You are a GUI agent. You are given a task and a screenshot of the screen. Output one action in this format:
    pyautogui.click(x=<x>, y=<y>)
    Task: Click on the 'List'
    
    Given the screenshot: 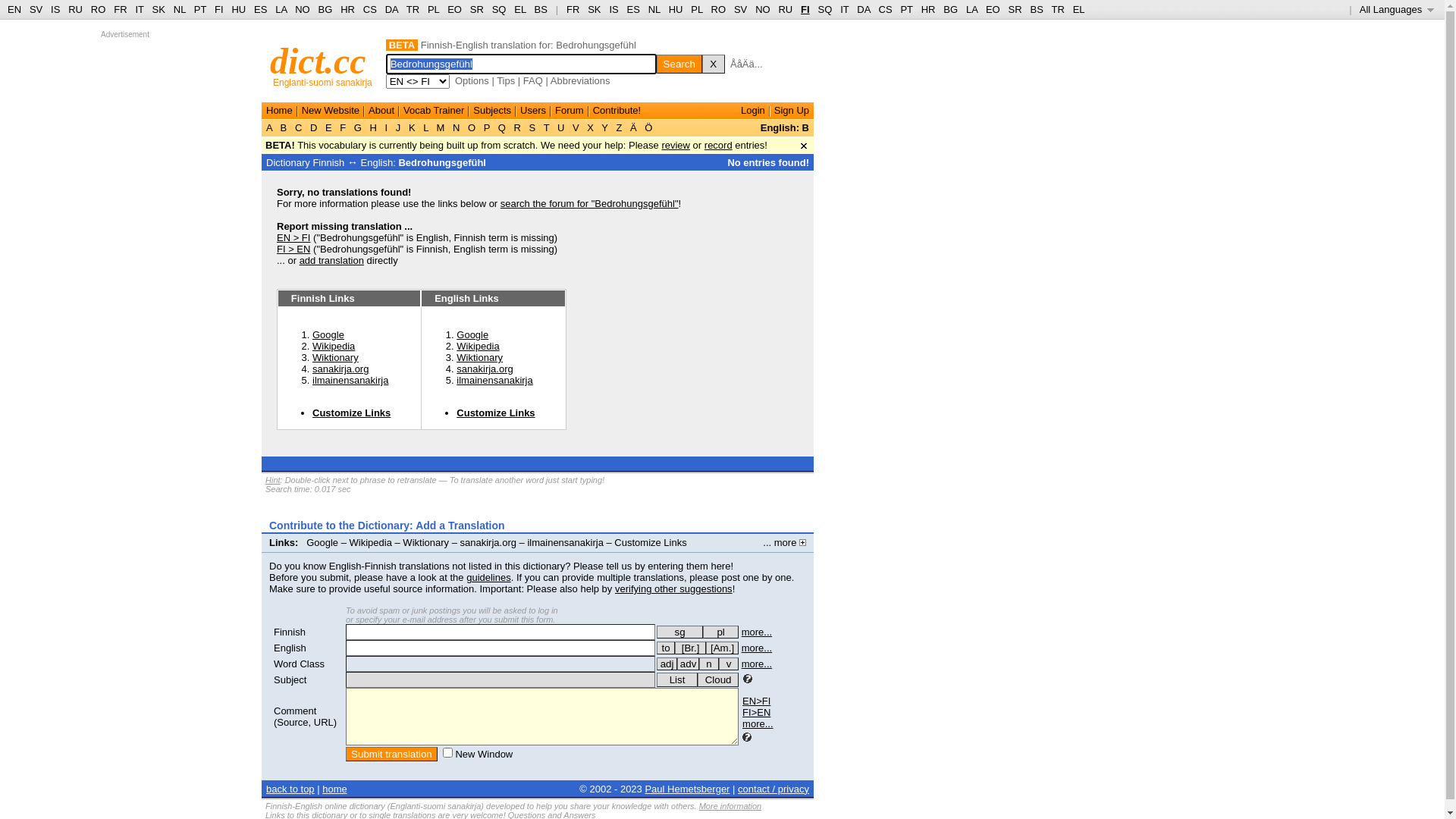 What is the action you would take?
    pyautogui.click(x=656, y=679)
    